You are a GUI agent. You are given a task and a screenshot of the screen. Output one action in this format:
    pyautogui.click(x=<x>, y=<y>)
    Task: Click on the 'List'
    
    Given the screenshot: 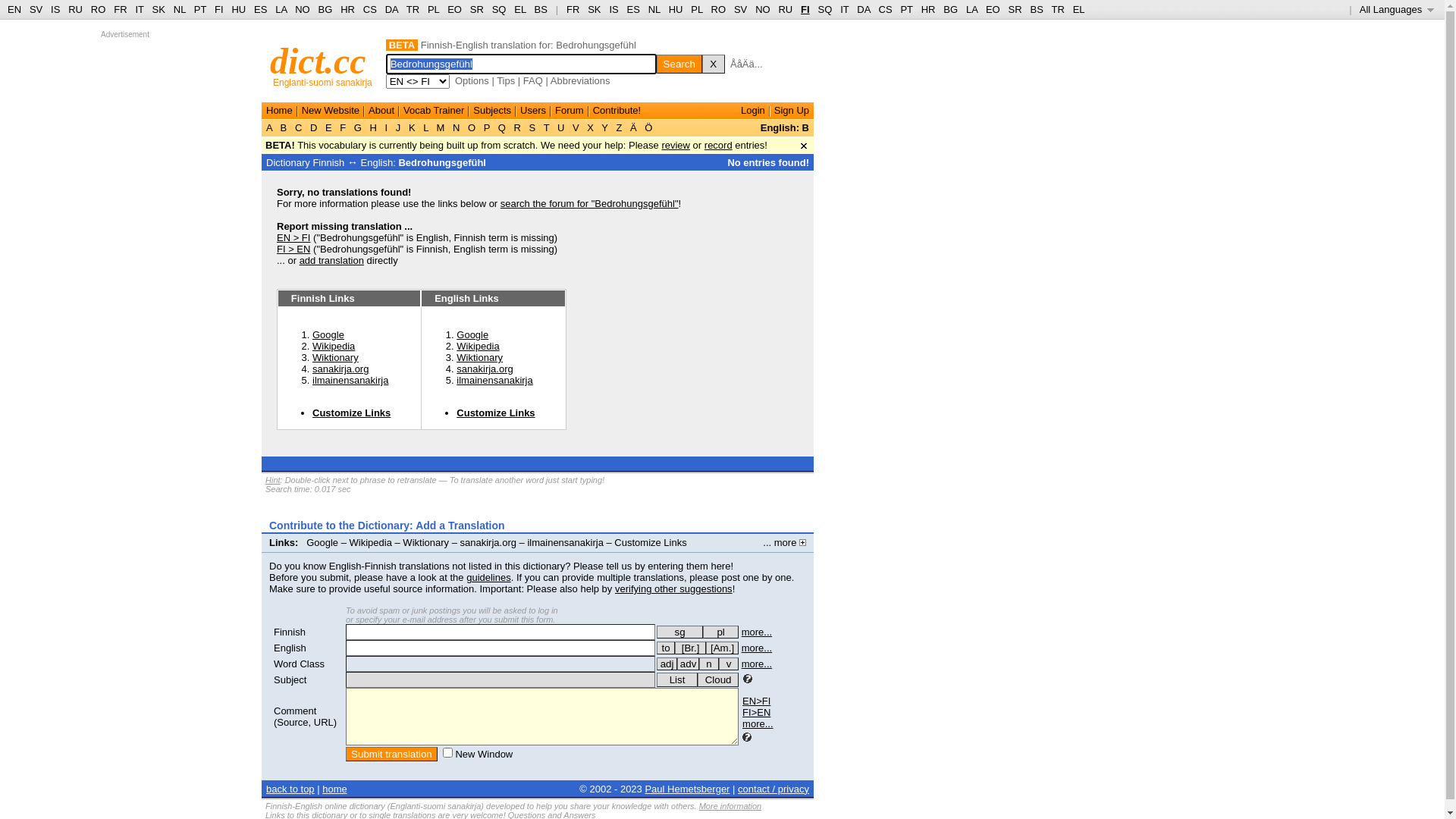 What is the action you would take?
    pyautogui.click(x=656, y=679)
    